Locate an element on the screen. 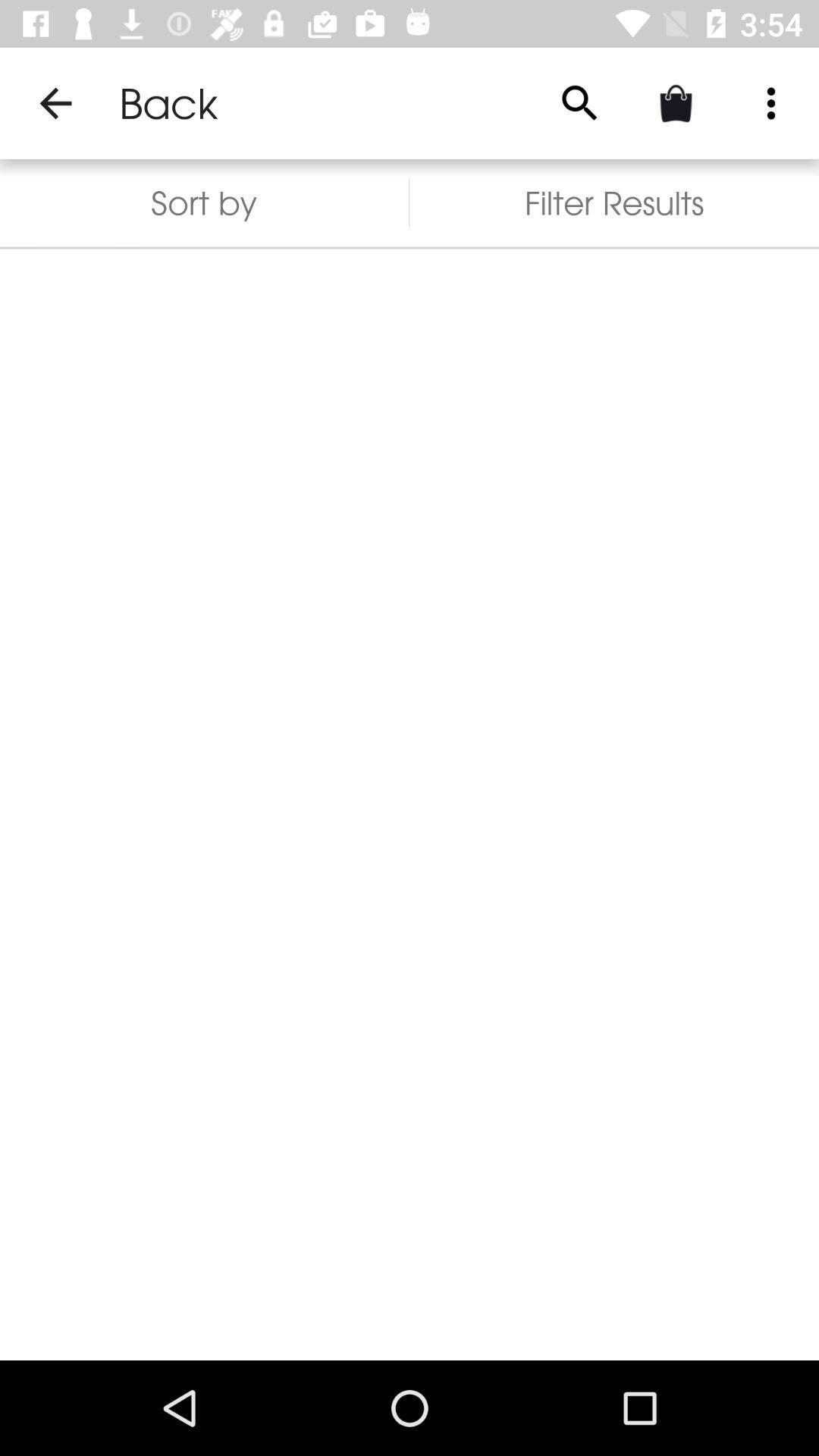  the item above the filter results item is located at coordinates (579, 102).